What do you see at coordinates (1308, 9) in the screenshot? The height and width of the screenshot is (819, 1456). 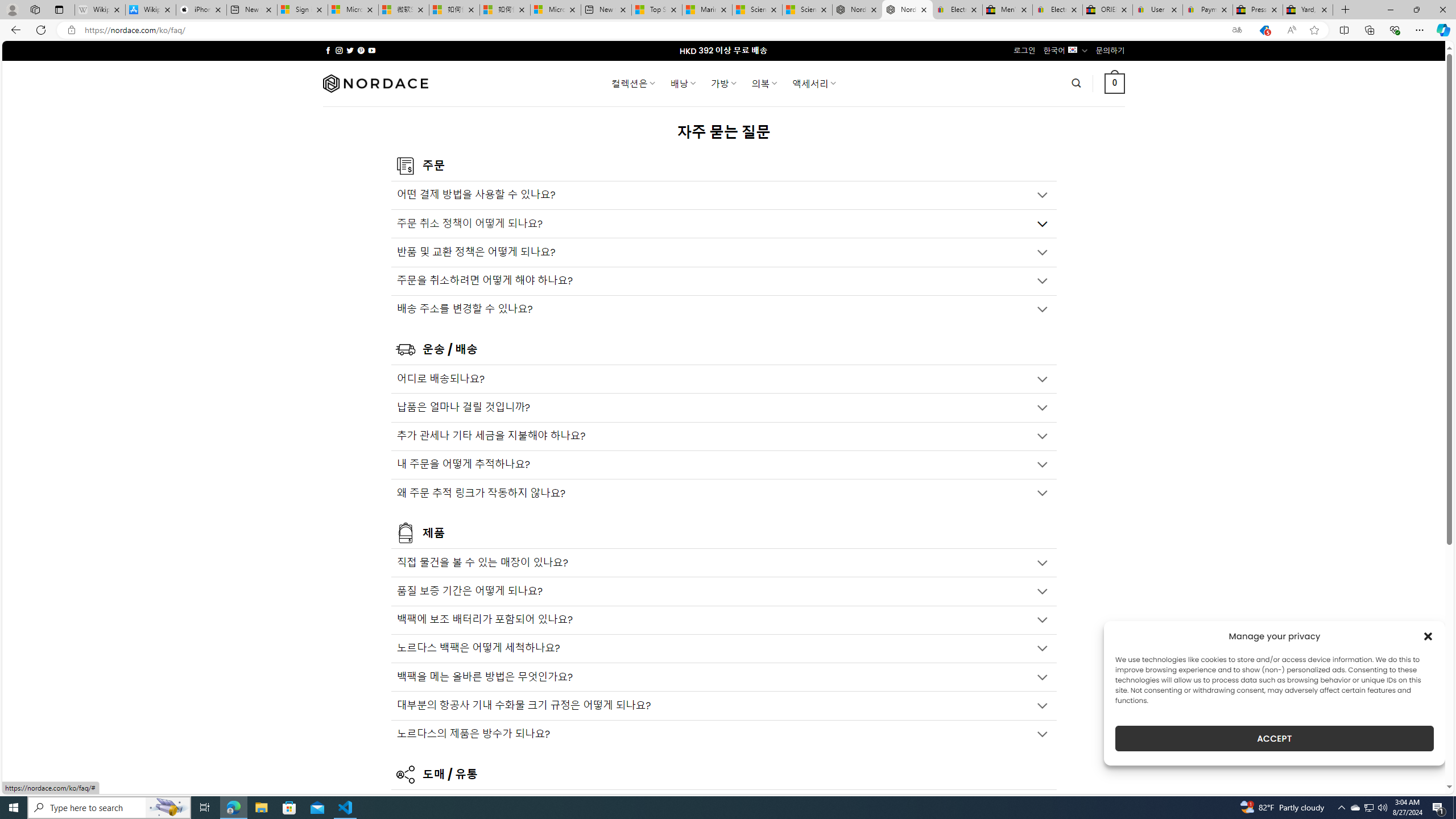 I see `'Yard, Garden & Outdoor Living'` at bounding box center [1308, 9].